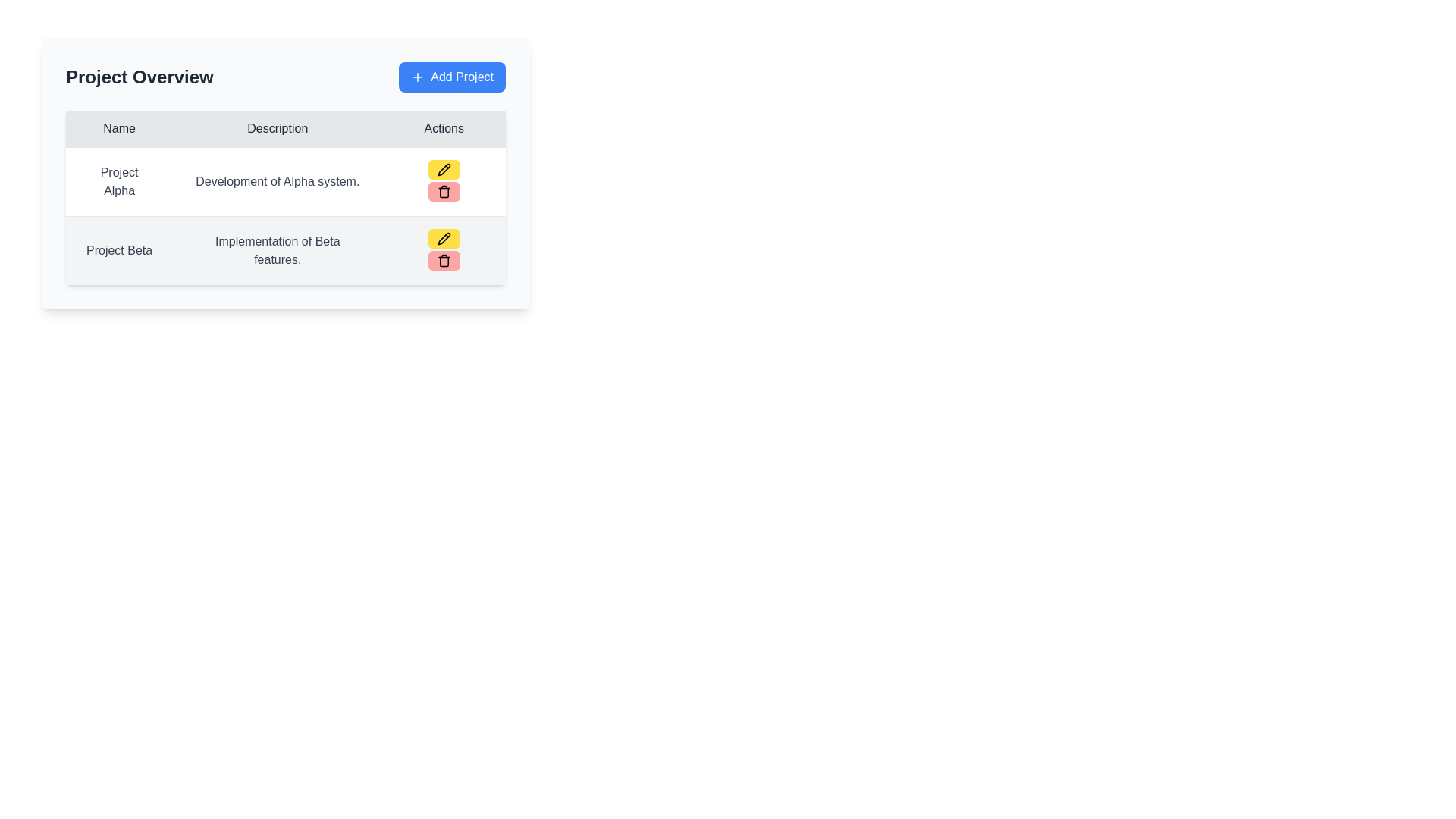 The height and width of the screenshot is (819, 1456). I want to click on the yellow button with rounded corners and a pencil icon in the 'Actions' column of the 'Project Beta' row to initiate an editing action, so click(443, 239).